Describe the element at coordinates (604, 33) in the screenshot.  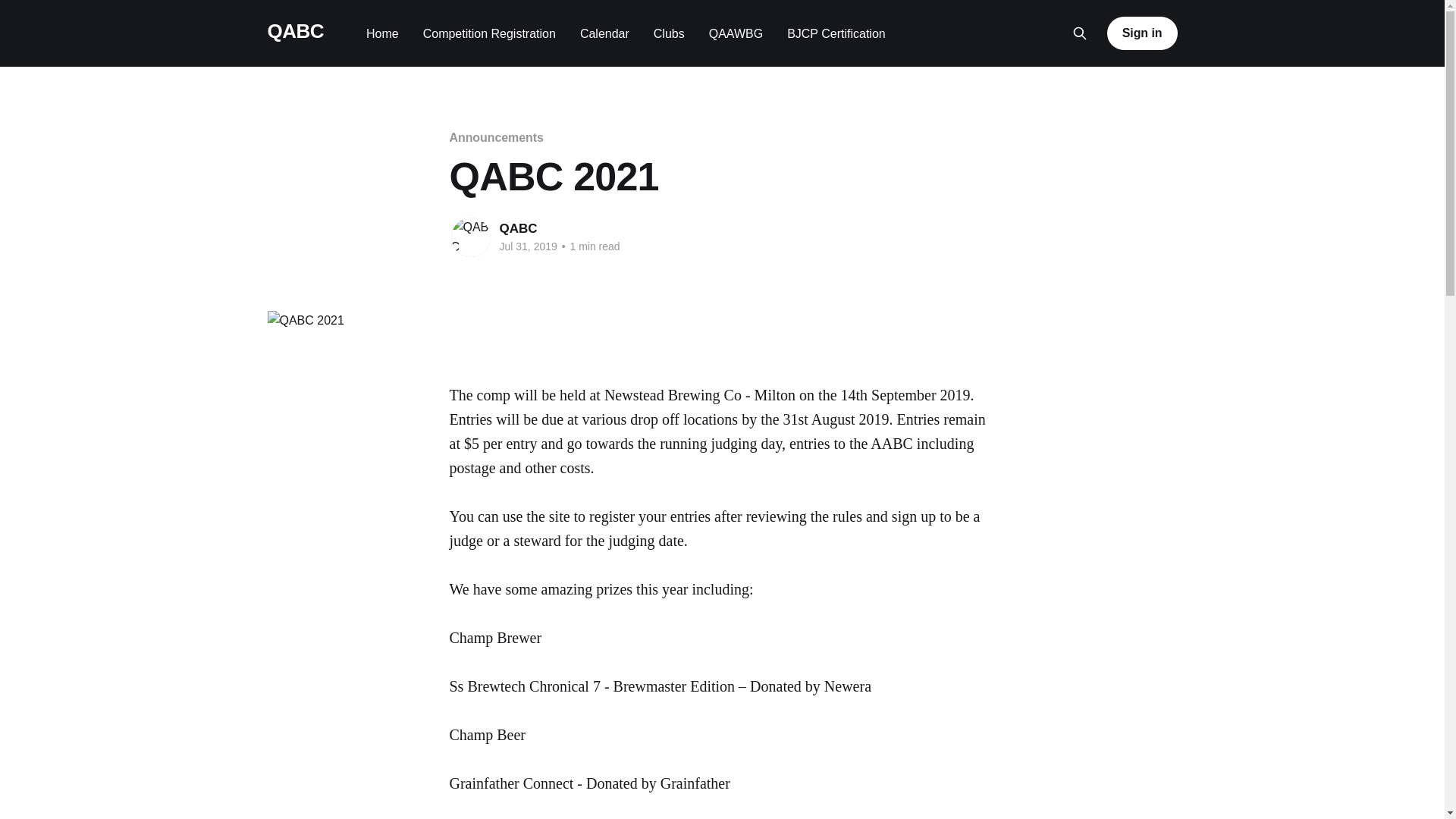
I see `'Calendar'` at that location.